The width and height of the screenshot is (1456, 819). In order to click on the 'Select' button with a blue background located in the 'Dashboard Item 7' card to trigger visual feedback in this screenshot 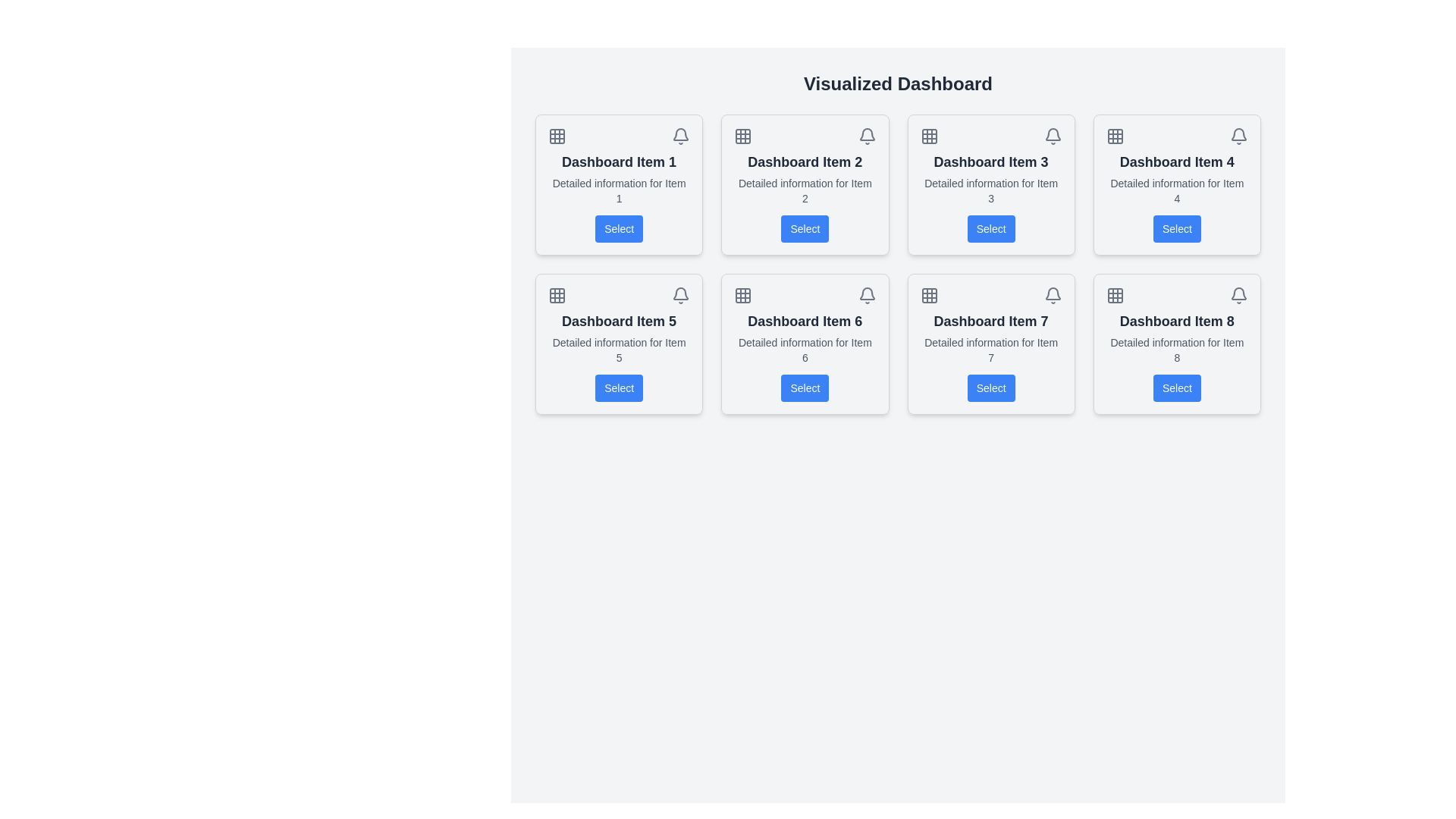, I will do `click(991, 388)`.